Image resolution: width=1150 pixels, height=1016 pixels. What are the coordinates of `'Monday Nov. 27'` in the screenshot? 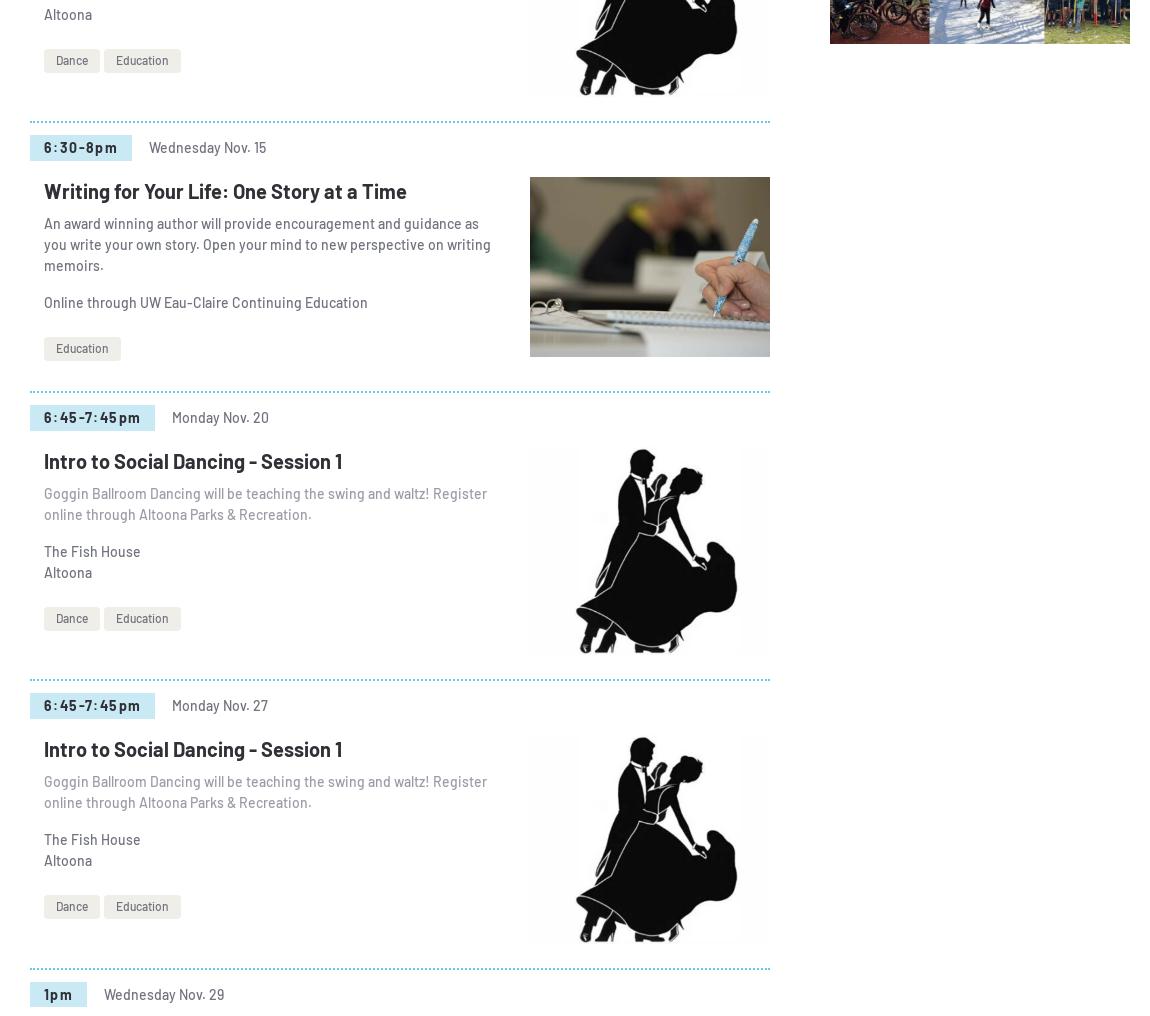 It's located at (218, 705).